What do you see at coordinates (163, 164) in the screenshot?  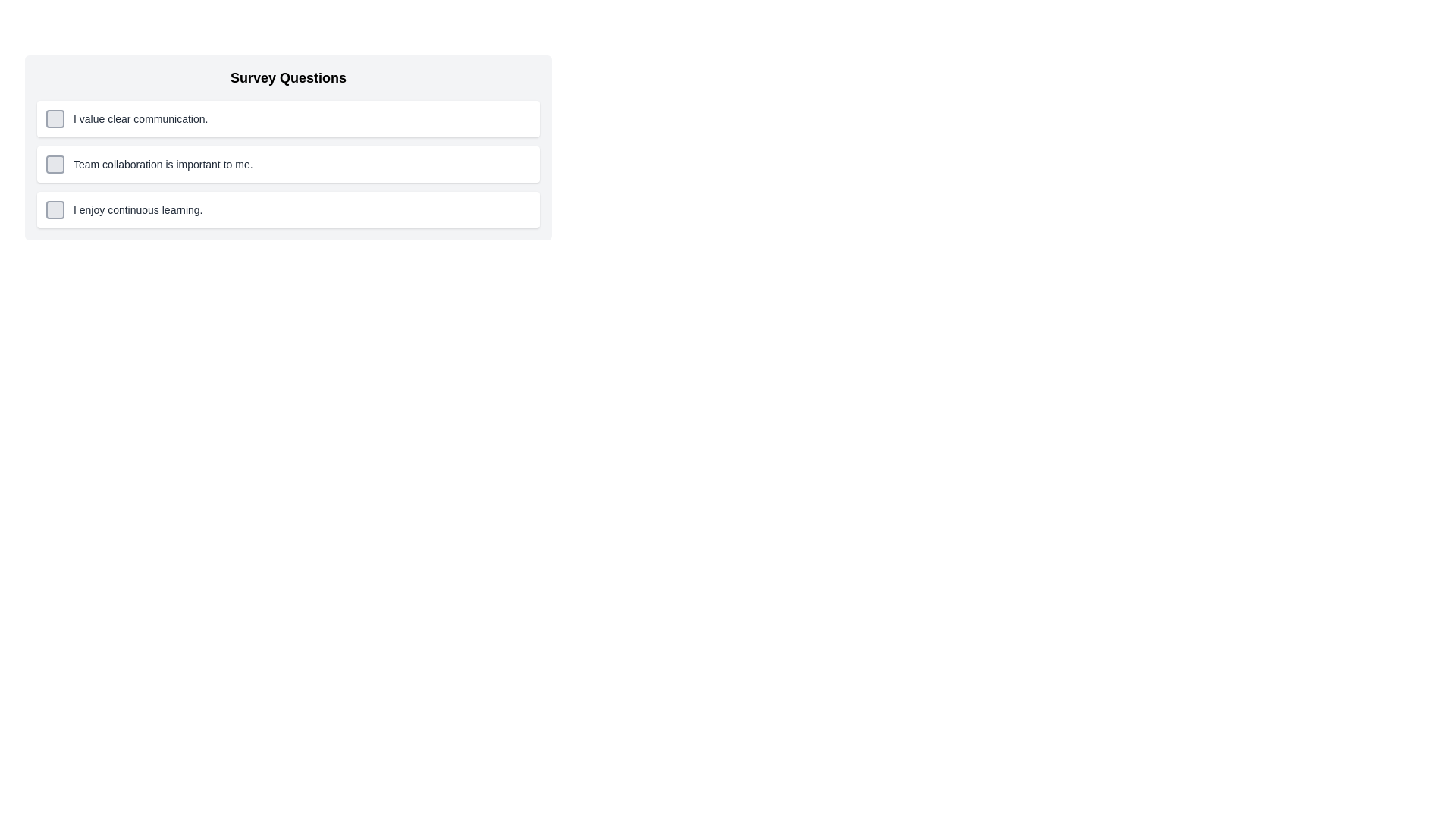 I see `the descriptive text element for the second survey question, which is centrally located in the list of questions under 'Survey Questions' and next to a checkbox` at bounding box center [163, 164].